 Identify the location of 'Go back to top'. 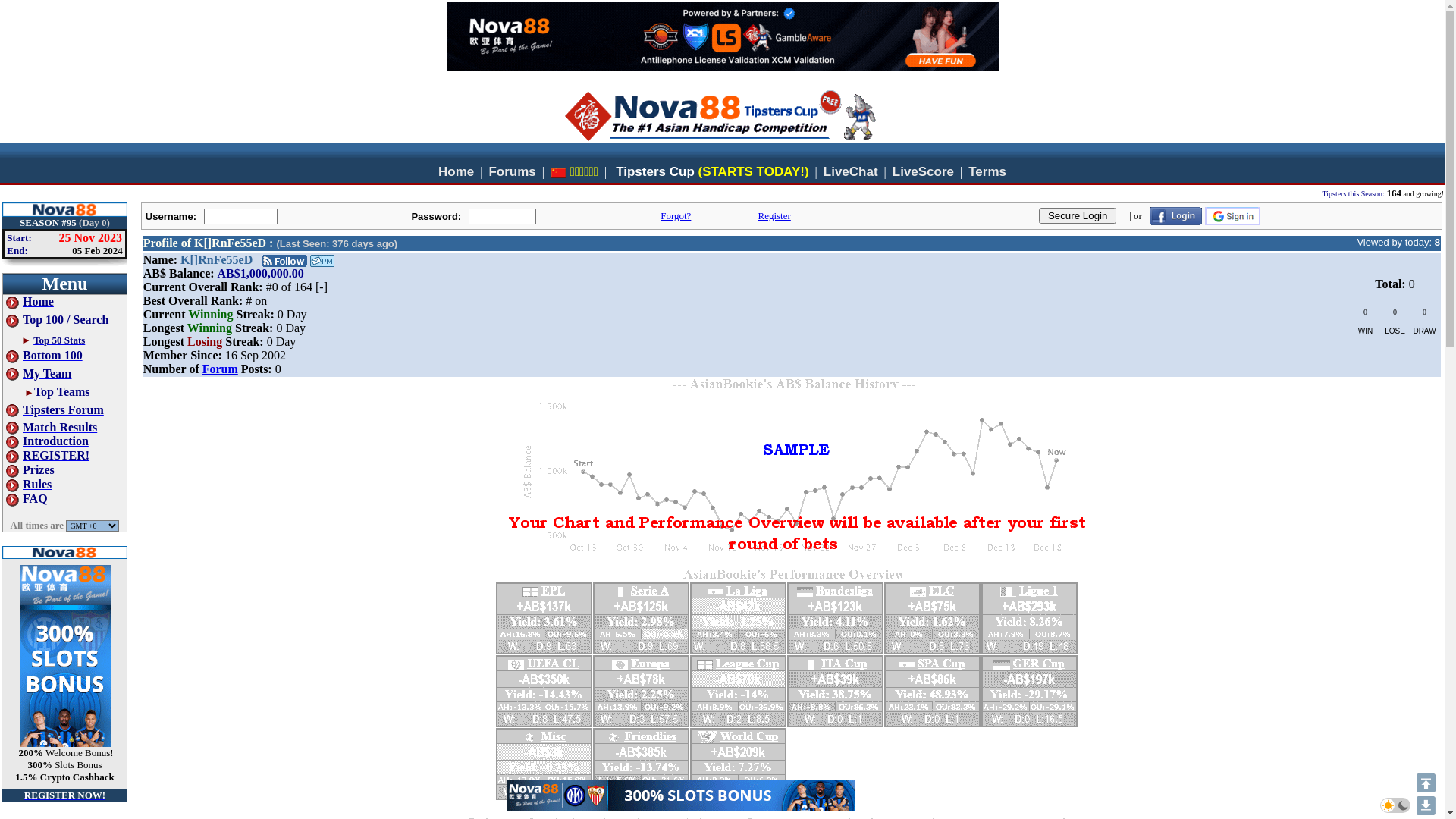
(1425, 783).